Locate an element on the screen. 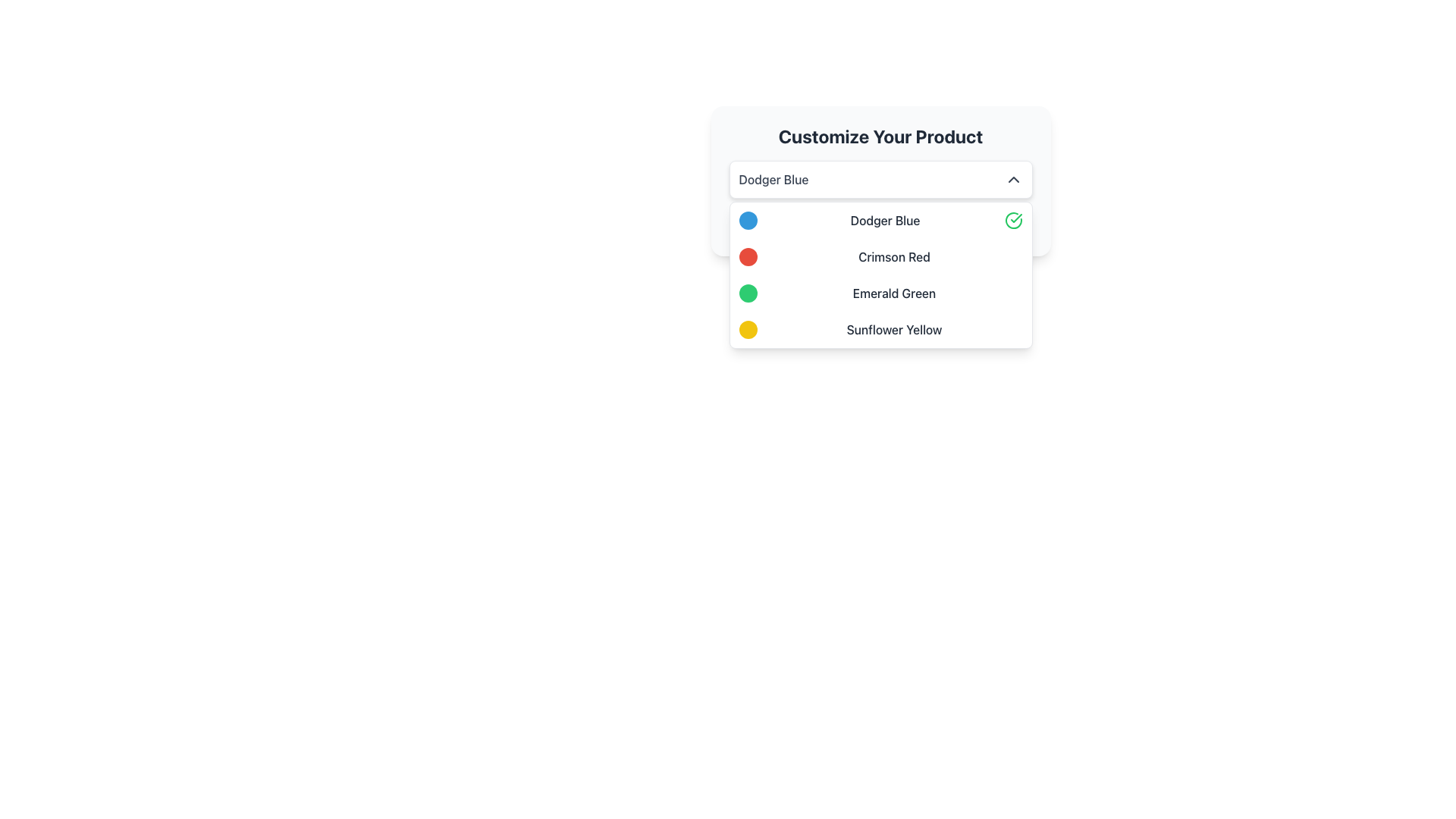 This screenshot has width=1456, height=819. the check mark icon, which is part of a circular symbol indicating selection validation, located beside the selected item 'Dodger Blue' is located at coordinates (1015, 218).